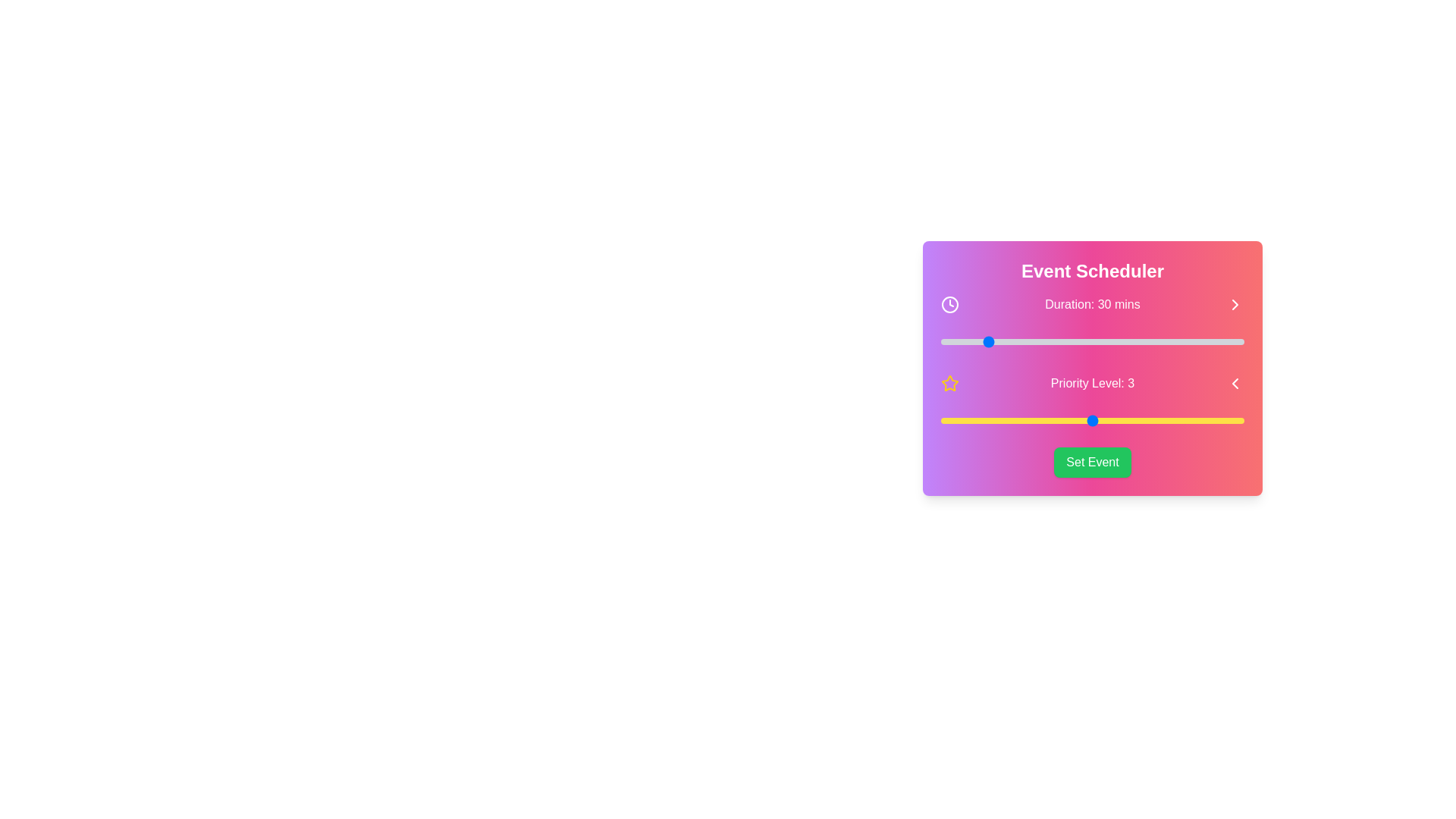  What do you see at coordinates (943, 342) in the screenshot?
I see `the slider` at bounding box center [943, 342].